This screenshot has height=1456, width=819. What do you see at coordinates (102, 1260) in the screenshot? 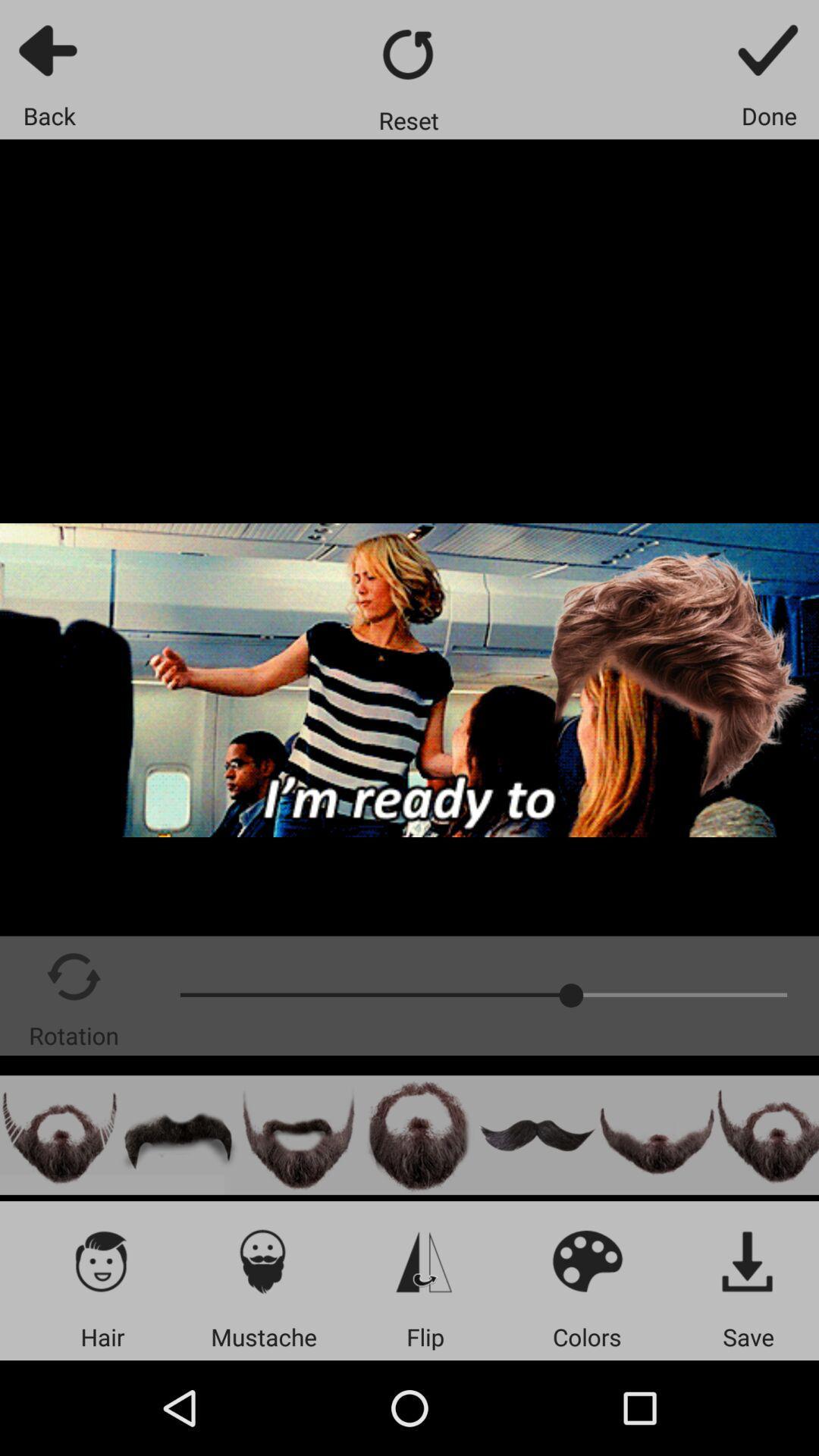
I see `edit hair icon` at bounding box center [102, 1260].